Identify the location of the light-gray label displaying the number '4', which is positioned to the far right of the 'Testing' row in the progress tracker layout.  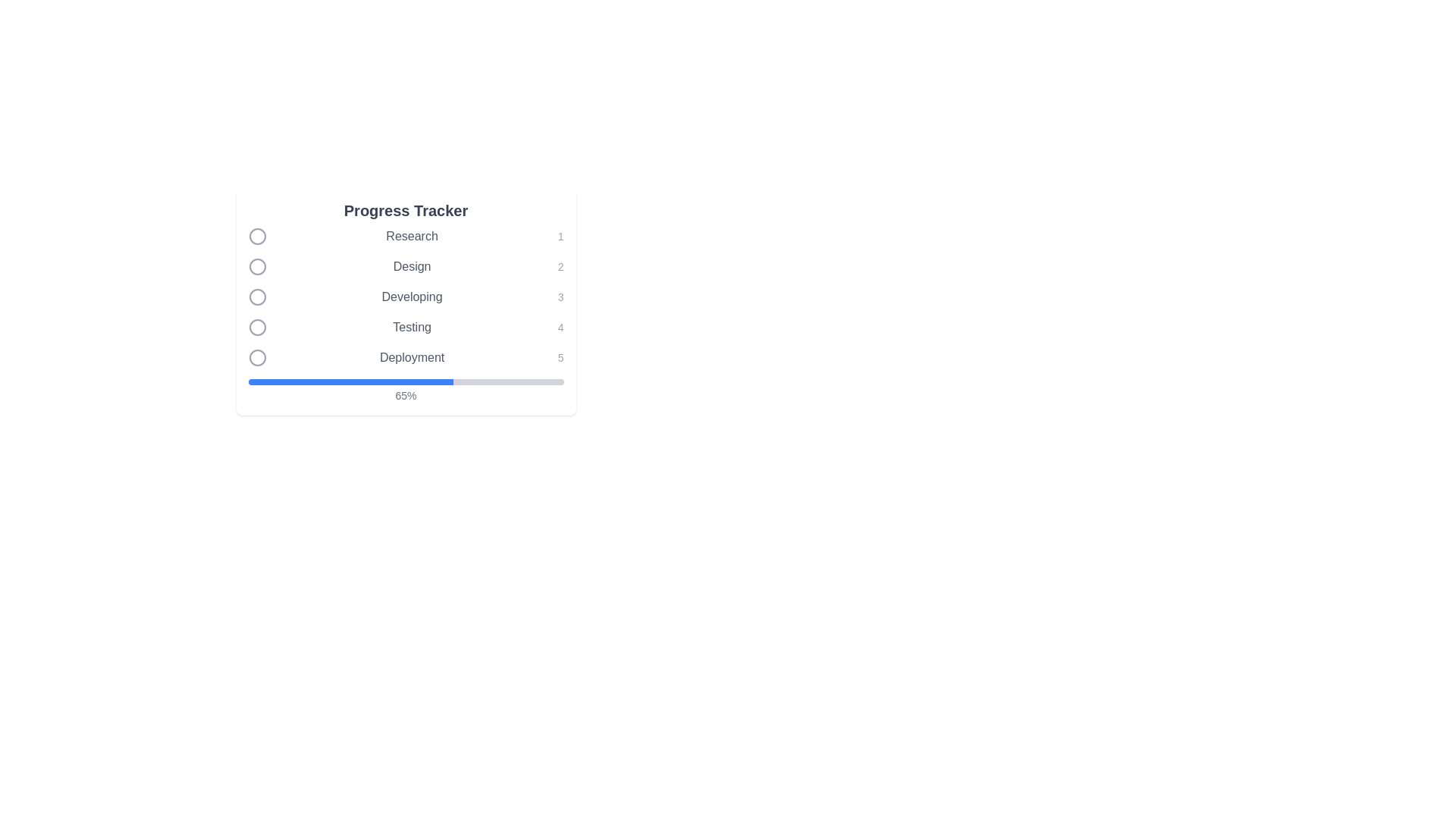
(560, 327).